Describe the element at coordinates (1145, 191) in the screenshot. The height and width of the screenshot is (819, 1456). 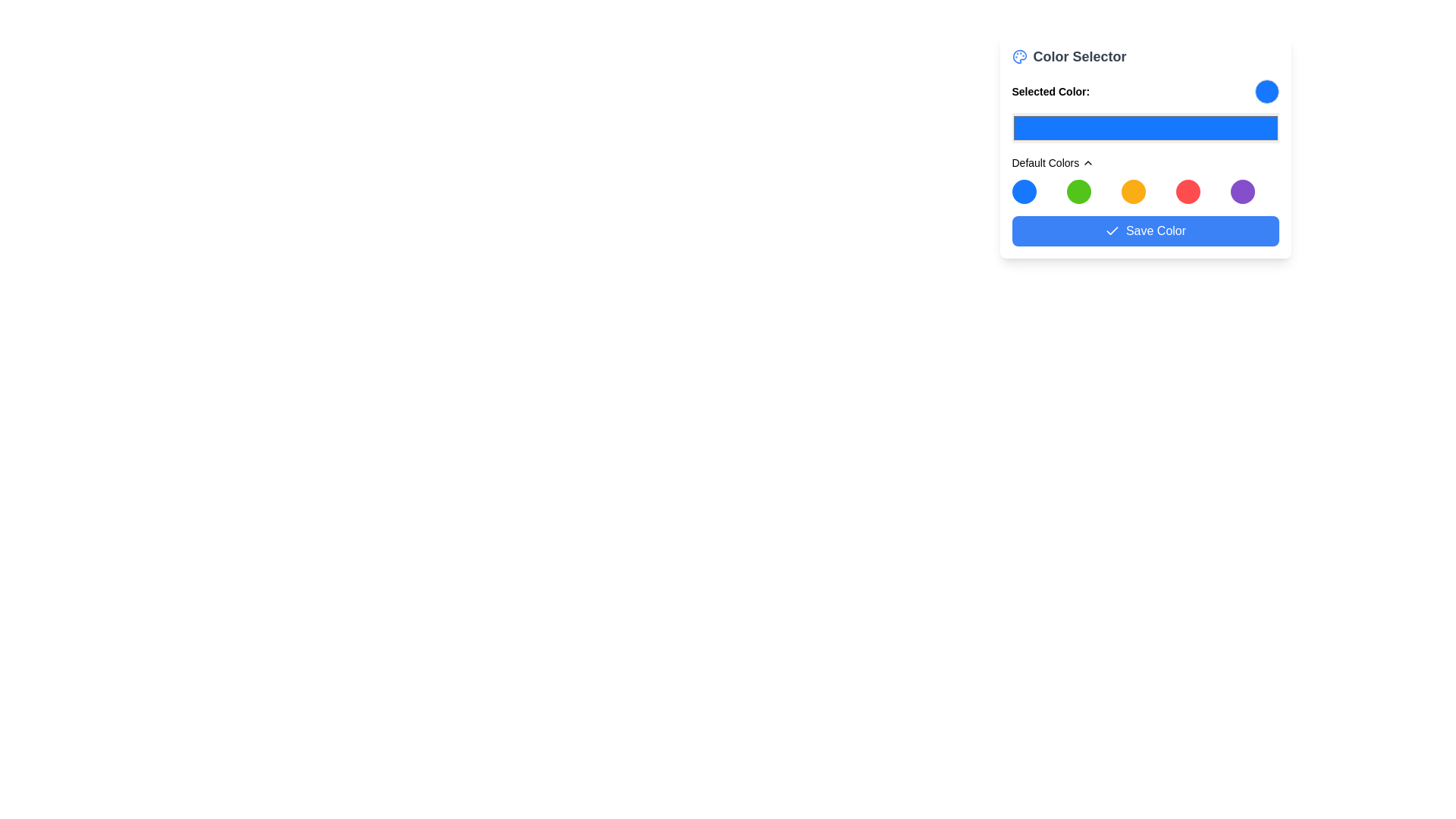
I see `keyboard navigation` at that location.